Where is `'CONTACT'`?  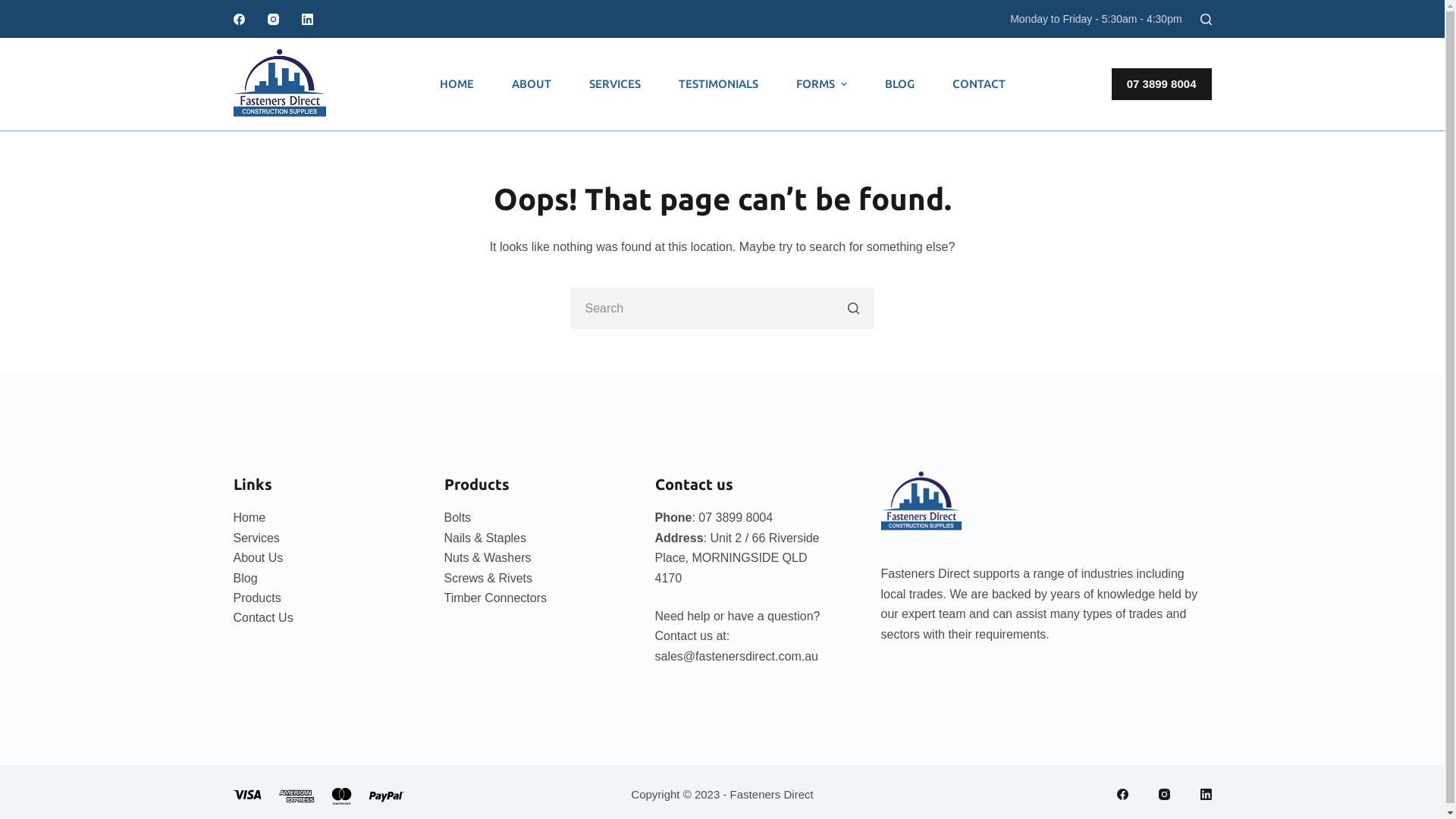
'CONTACT' is located at coordinates (978, 84).